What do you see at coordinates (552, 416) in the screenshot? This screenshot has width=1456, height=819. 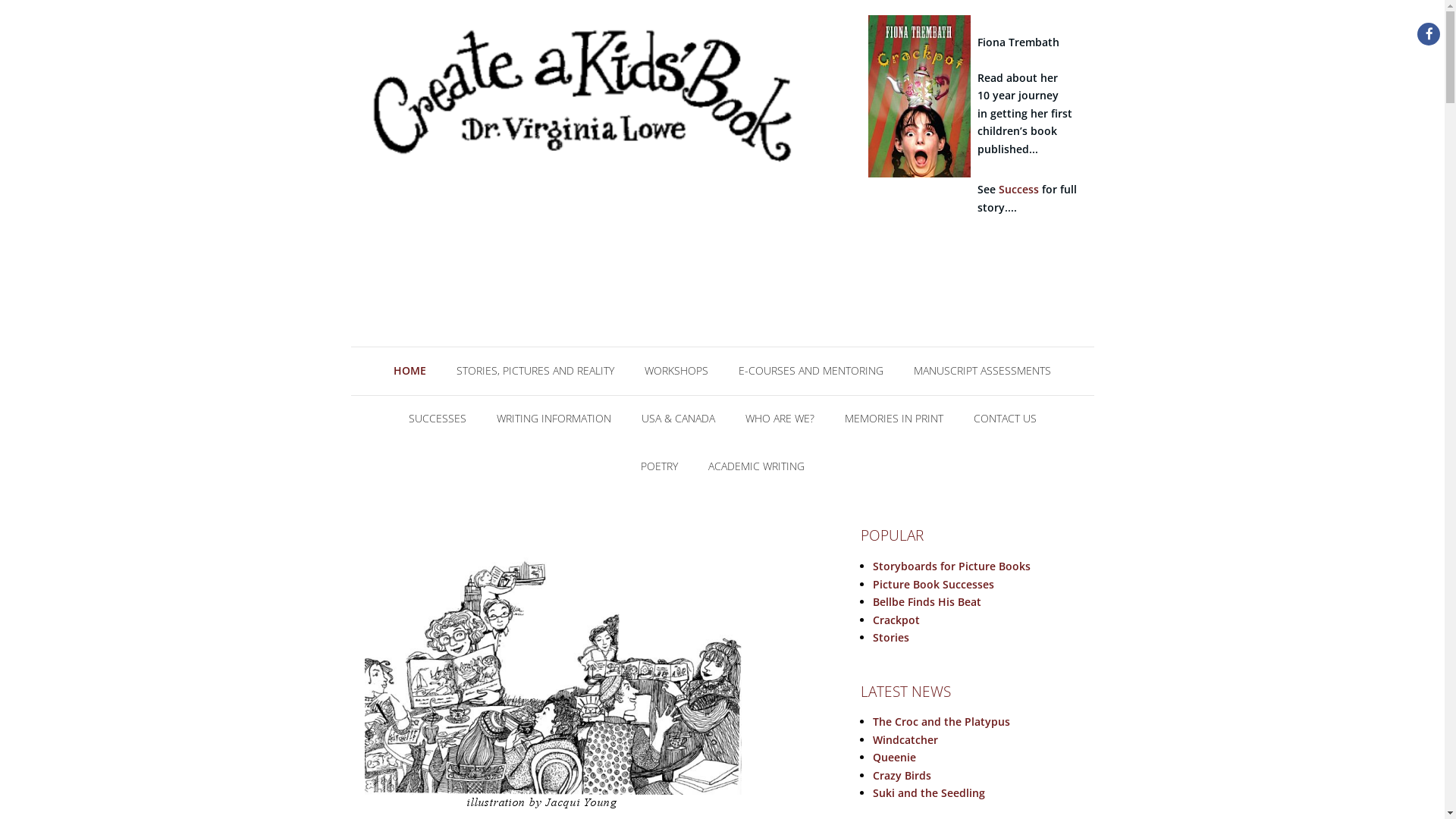 I see `'WRITING INFORMATION'` at bounding box center [552, 416].